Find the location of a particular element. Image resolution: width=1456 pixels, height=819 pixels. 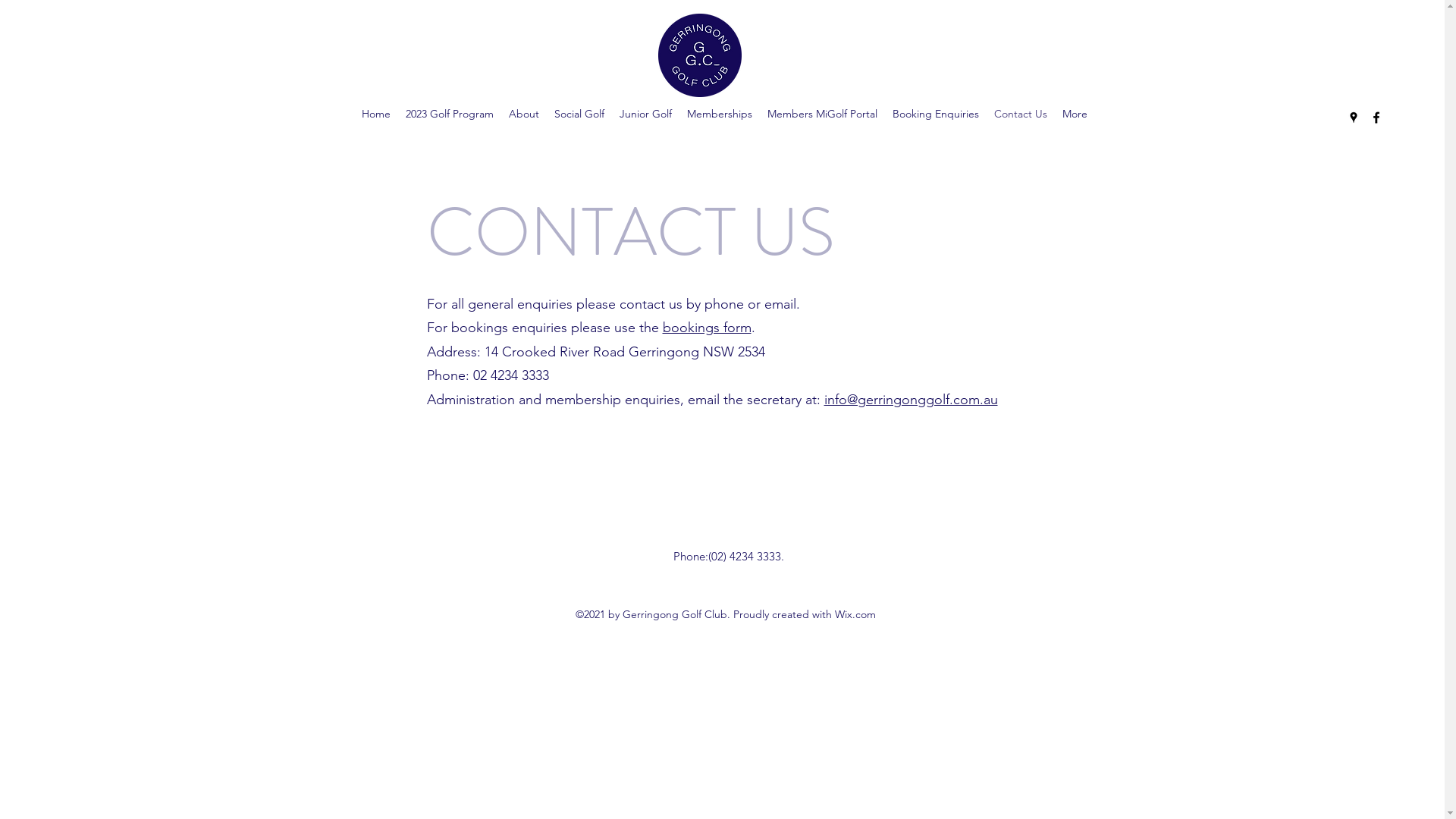

'Home' is located at coordinates (375, 113).